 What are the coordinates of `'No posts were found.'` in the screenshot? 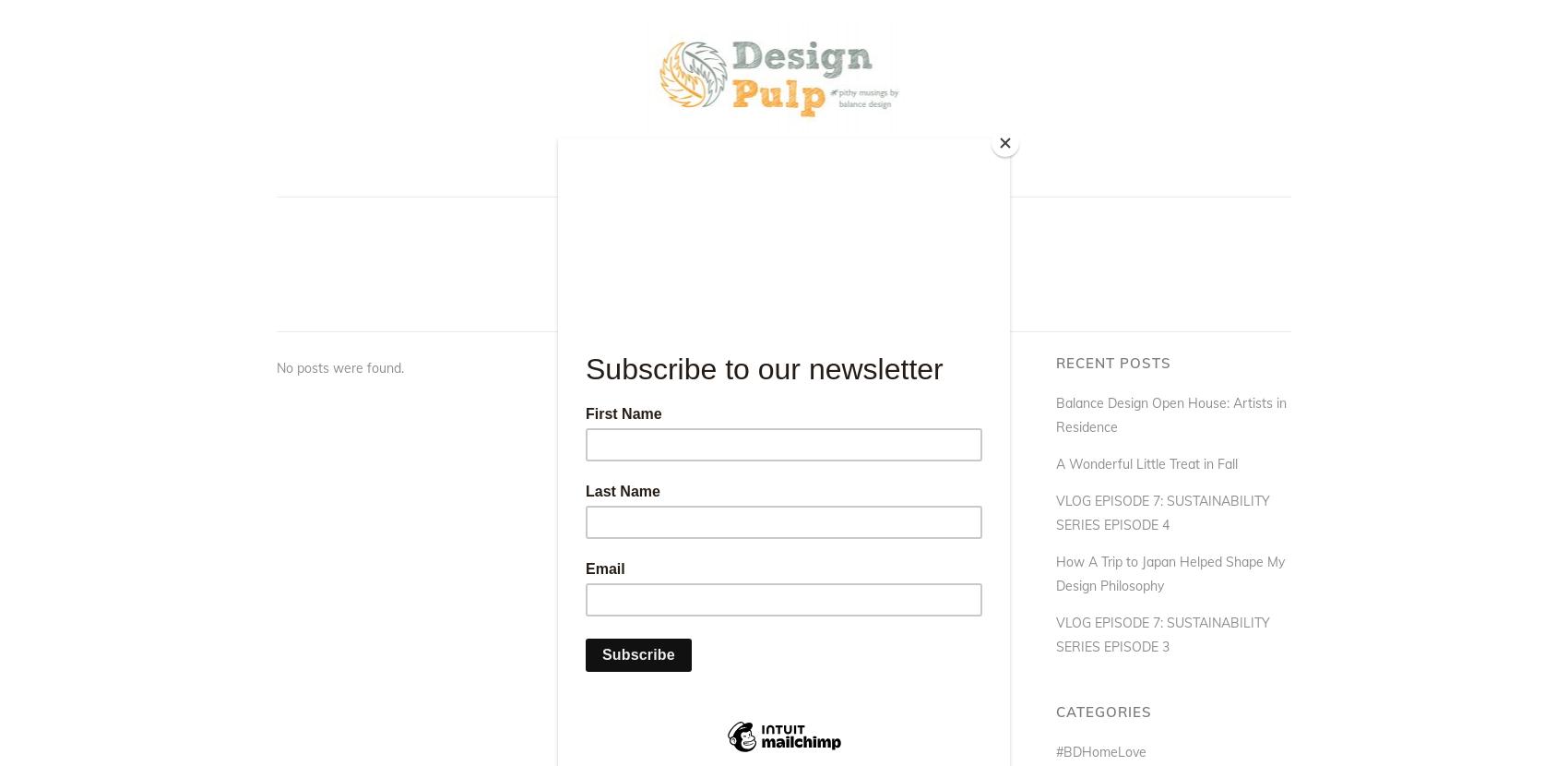 It's located at (277, 366).